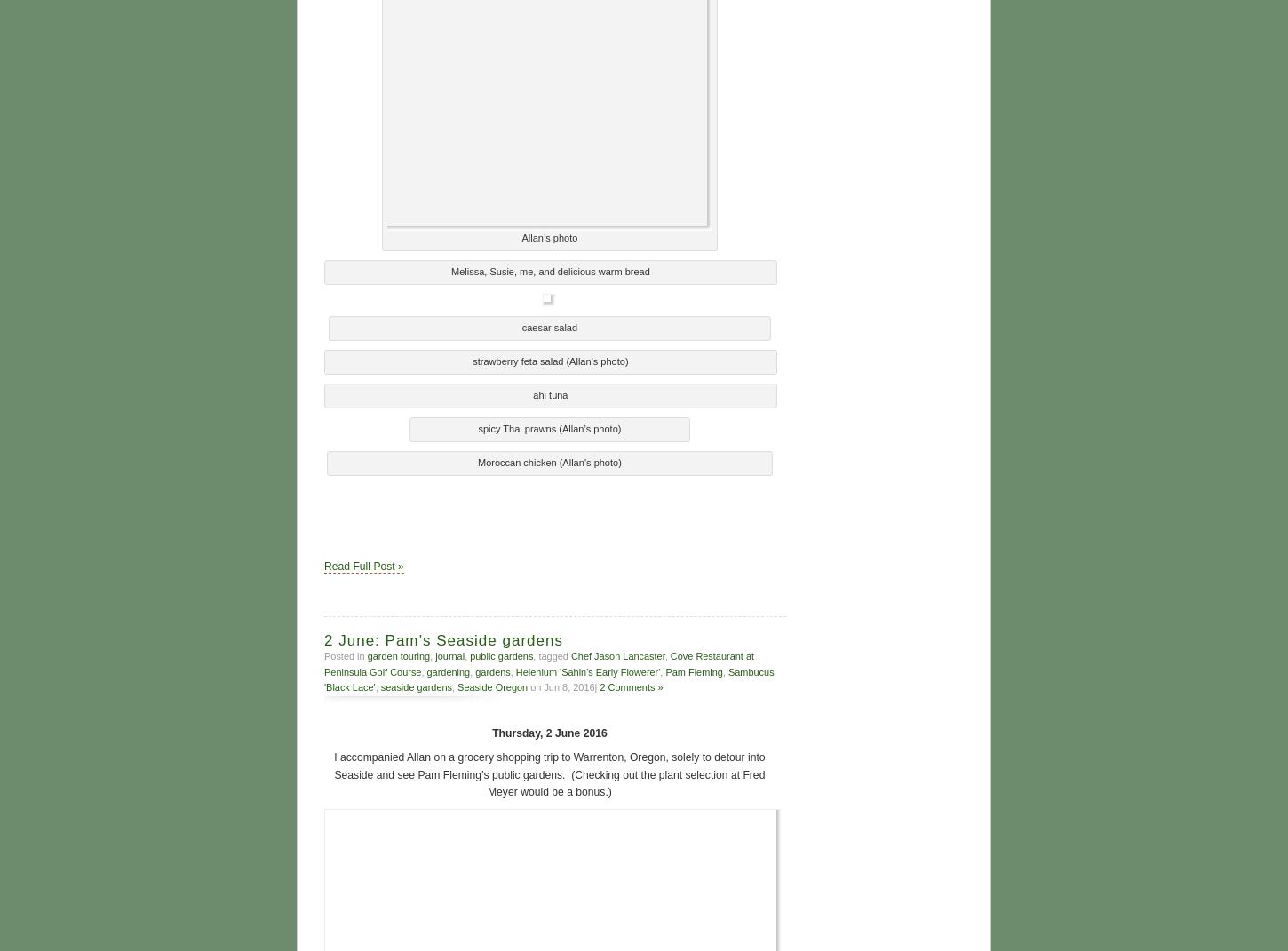 Image resolution: width=1288 pixels, height=951 pixels. Describe the element at coordinates (515, 669) in the screenshot. I see `'Helenium 'Sahin's Early Flowerer''` at that location.